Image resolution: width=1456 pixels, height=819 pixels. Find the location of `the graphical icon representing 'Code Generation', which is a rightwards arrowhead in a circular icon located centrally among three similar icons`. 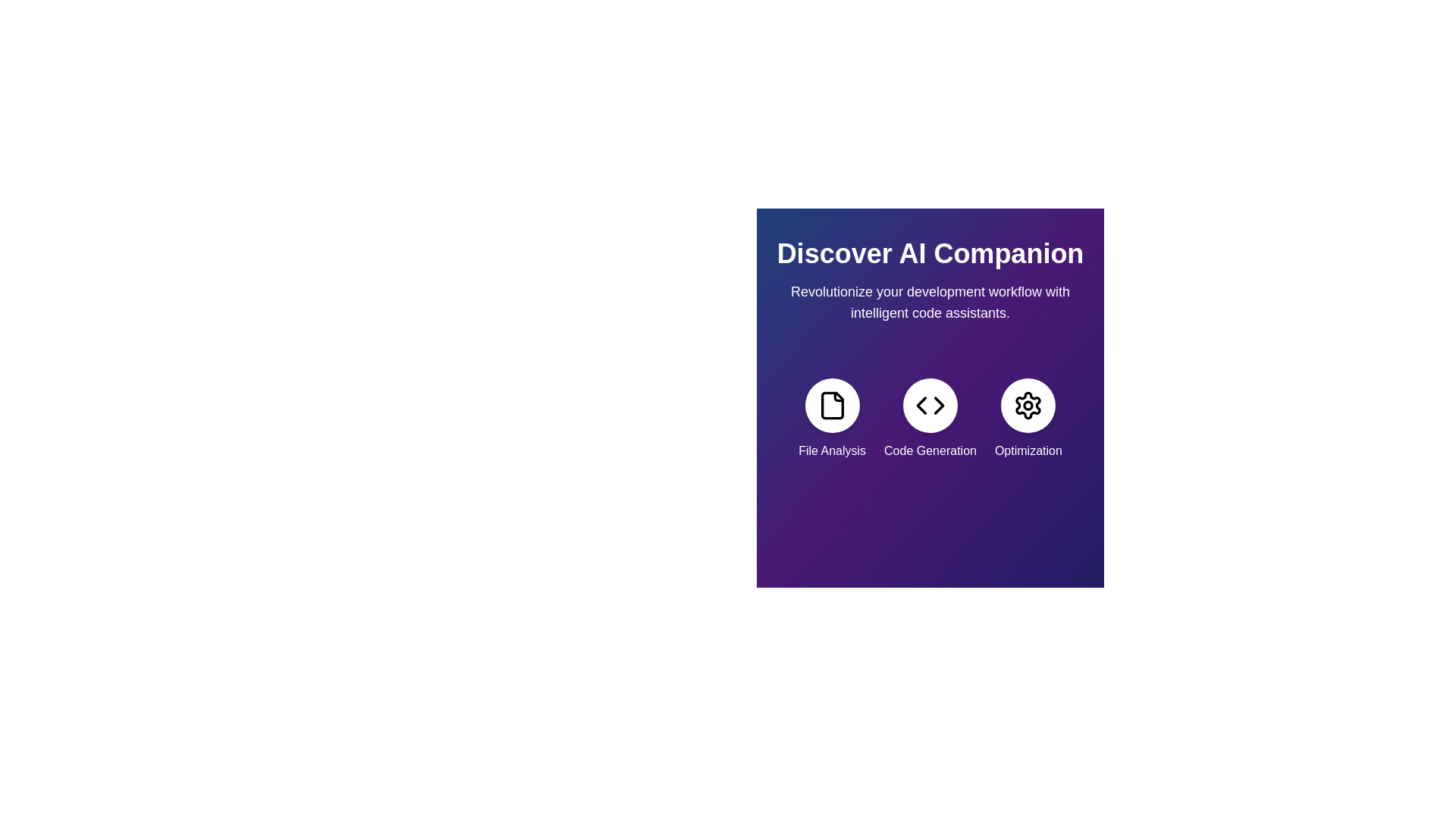

the graphical icon representing 'Code Generation', which is a rightwards arrowhead in a circular icon located centrally among three similar icons is located at coordinates (938, 405).